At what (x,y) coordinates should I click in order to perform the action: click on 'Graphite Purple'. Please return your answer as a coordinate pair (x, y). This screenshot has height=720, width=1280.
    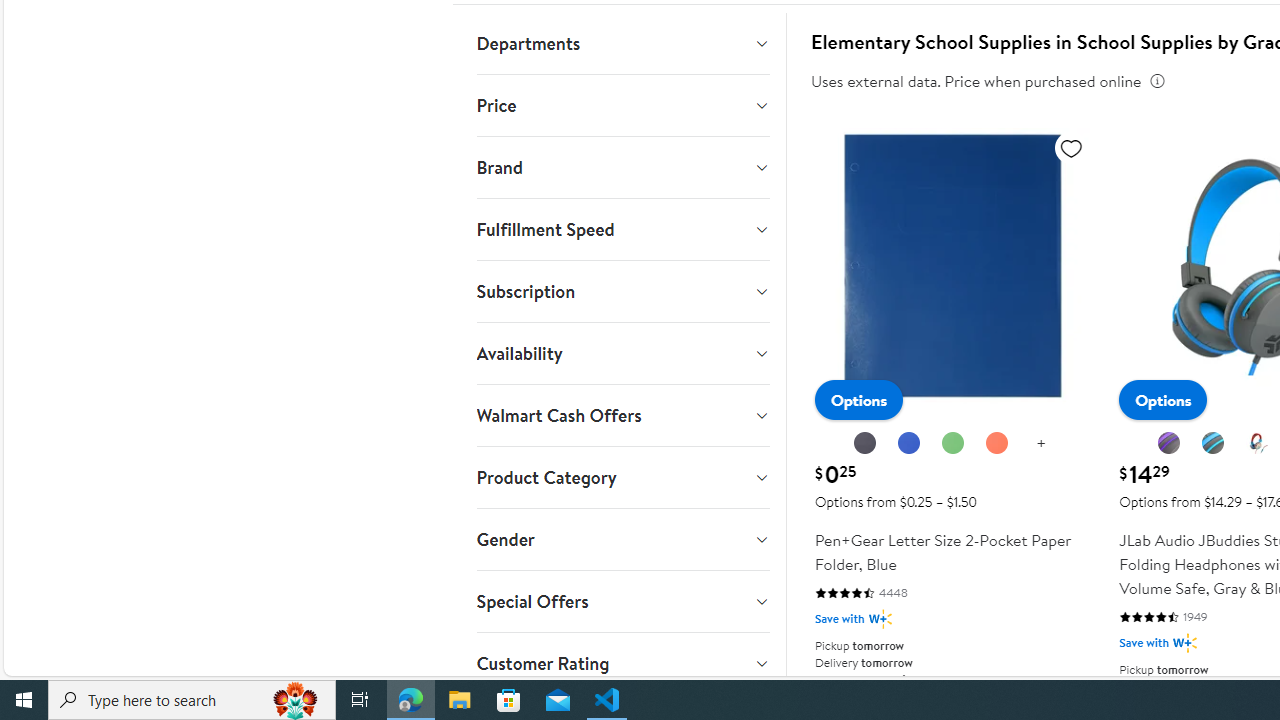
    Looking at the image, I should click on (1169, 442).